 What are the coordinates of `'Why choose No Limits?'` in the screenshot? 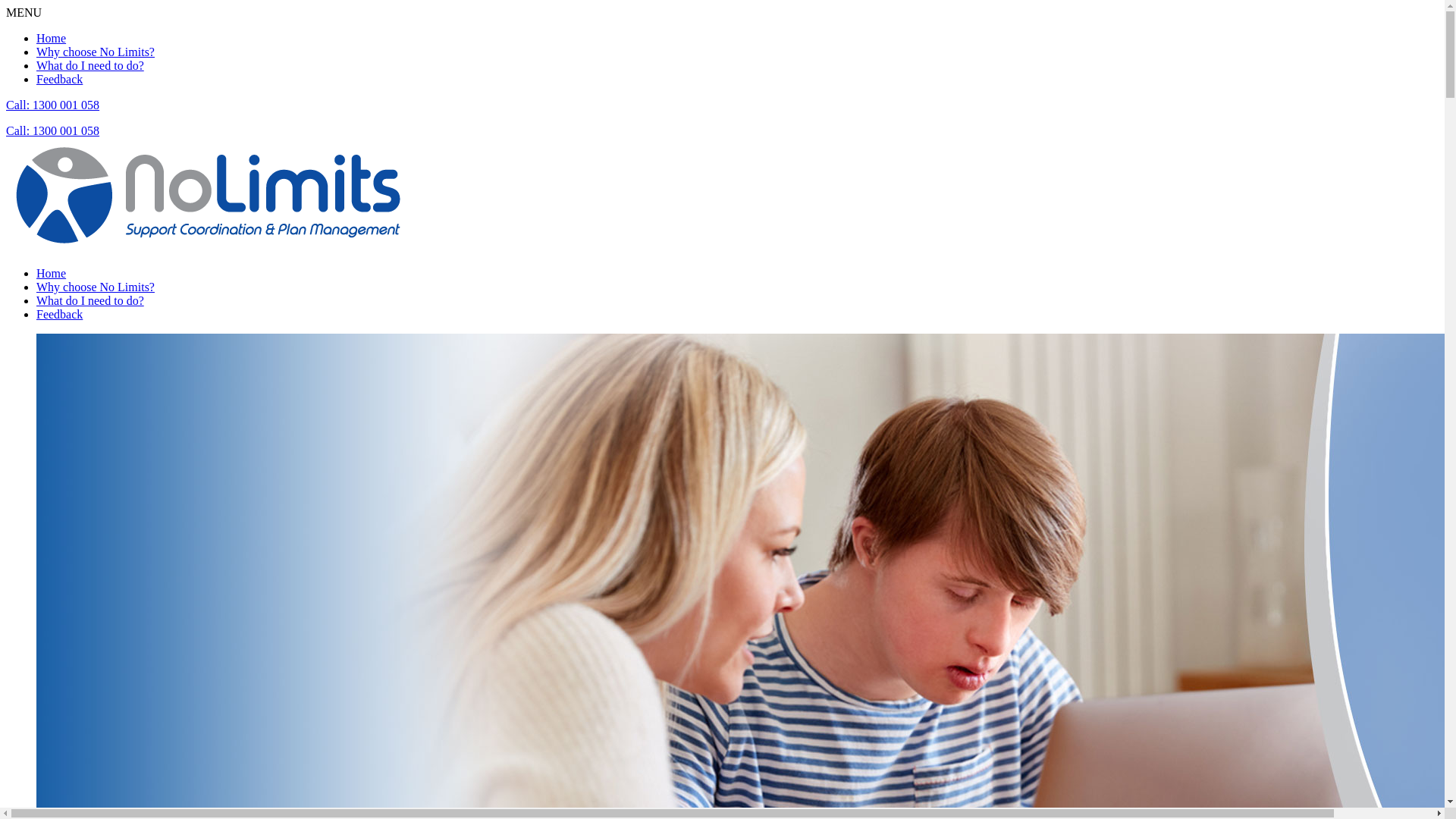 It's located at (94, 51).